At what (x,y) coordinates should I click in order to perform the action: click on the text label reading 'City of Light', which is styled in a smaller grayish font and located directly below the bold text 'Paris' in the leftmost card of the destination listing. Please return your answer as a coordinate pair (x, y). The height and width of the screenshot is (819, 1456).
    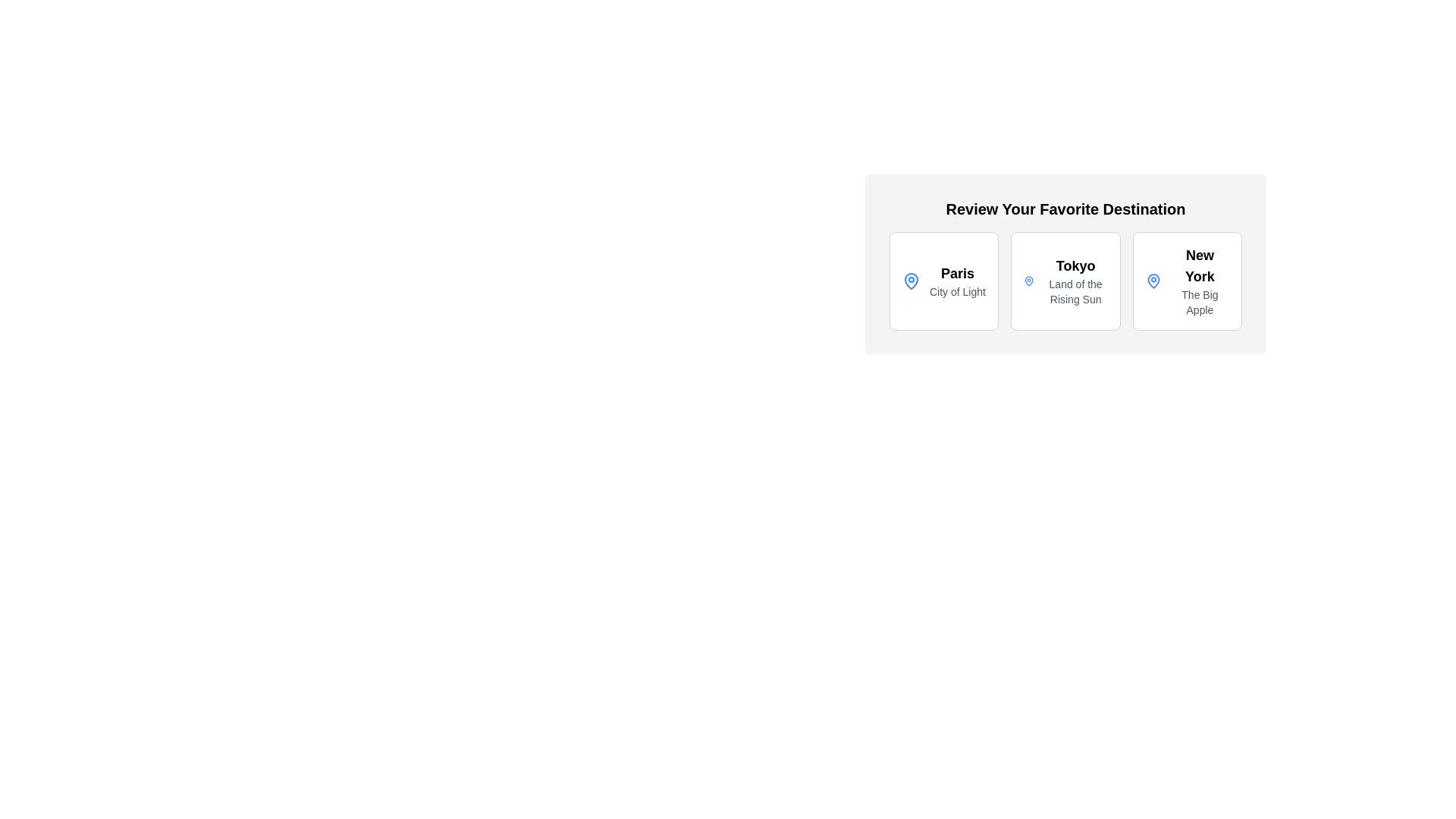
    Looking at the image, I should click on (956, 292).